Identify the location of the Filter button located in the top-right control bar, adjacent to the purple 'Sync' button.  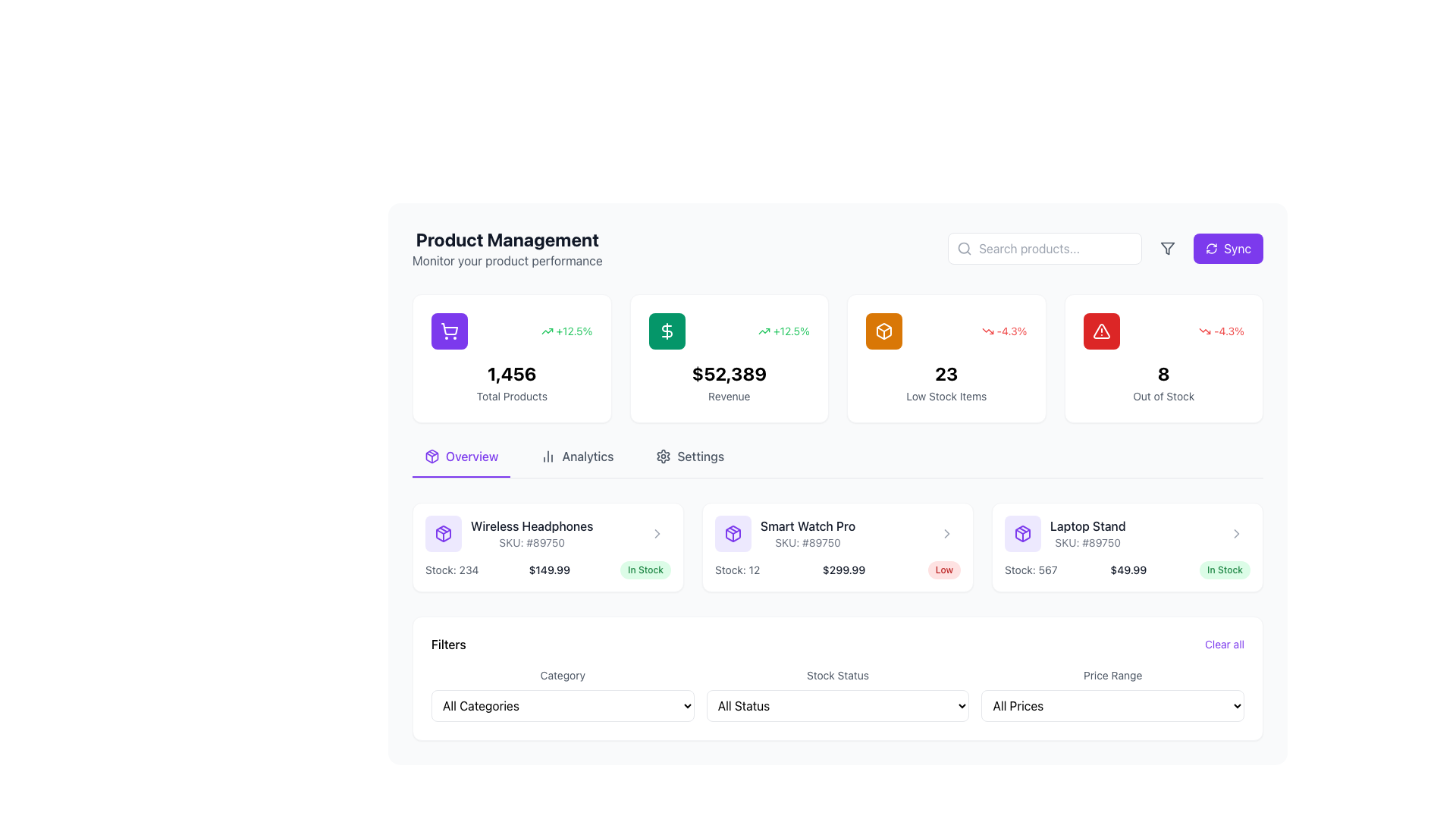
(1167, 247).